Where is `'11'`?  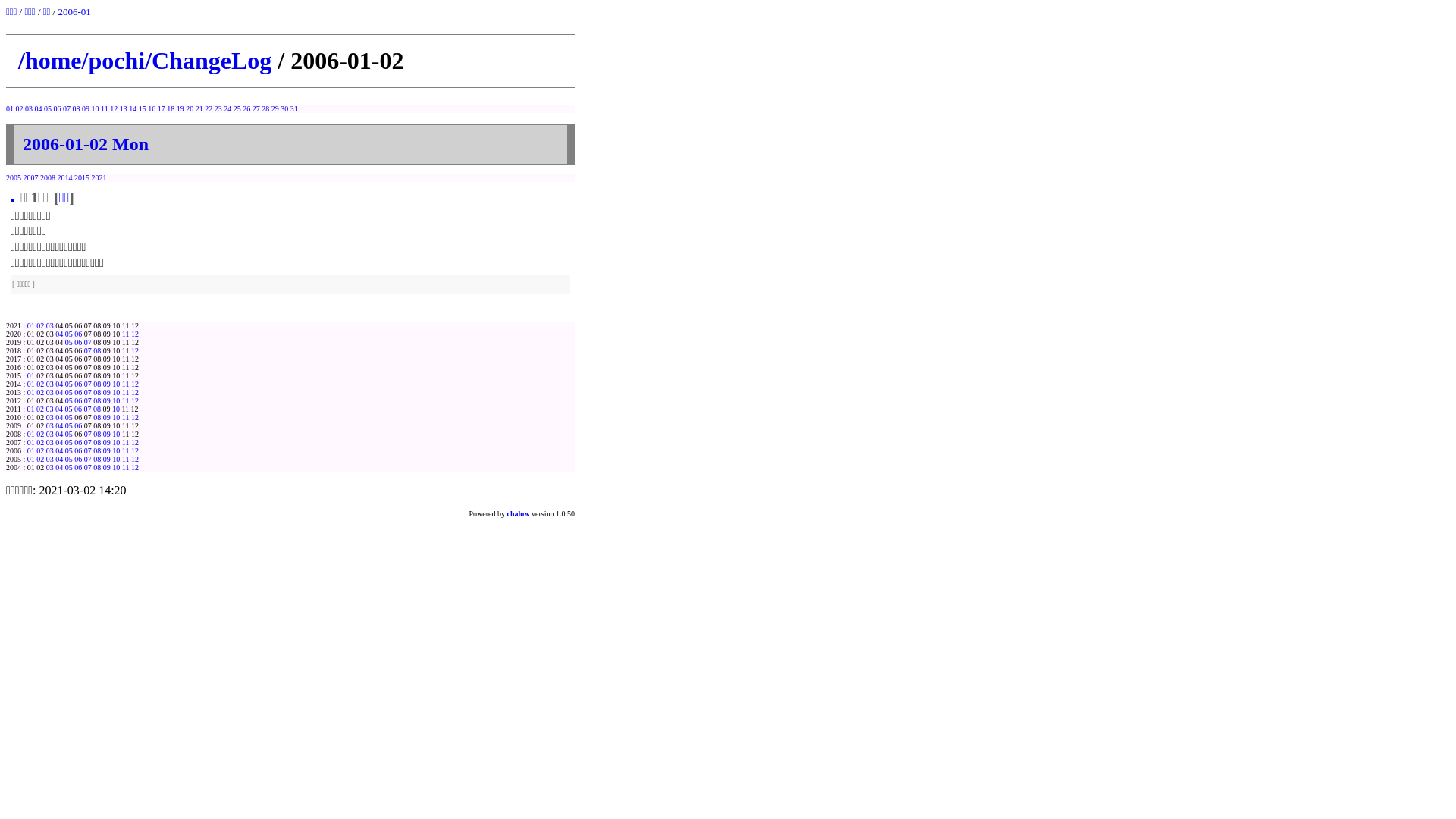
'11' is located at coordinates (126, 466).